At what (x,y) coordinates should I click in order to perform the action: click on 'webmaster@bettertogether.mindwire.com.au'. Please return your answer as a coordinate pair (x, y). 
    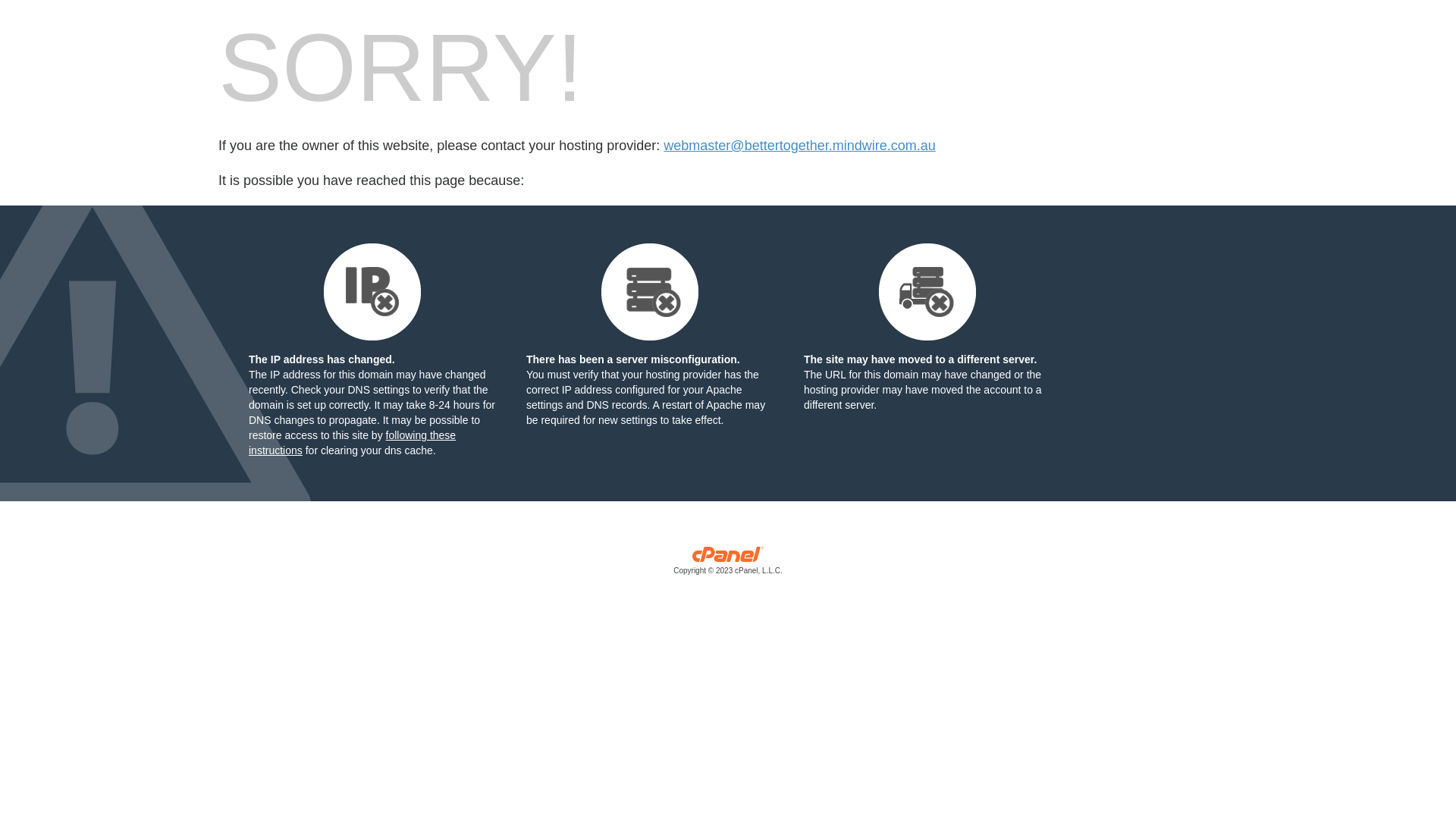
    Looking at the image, I should click on (799, 146).